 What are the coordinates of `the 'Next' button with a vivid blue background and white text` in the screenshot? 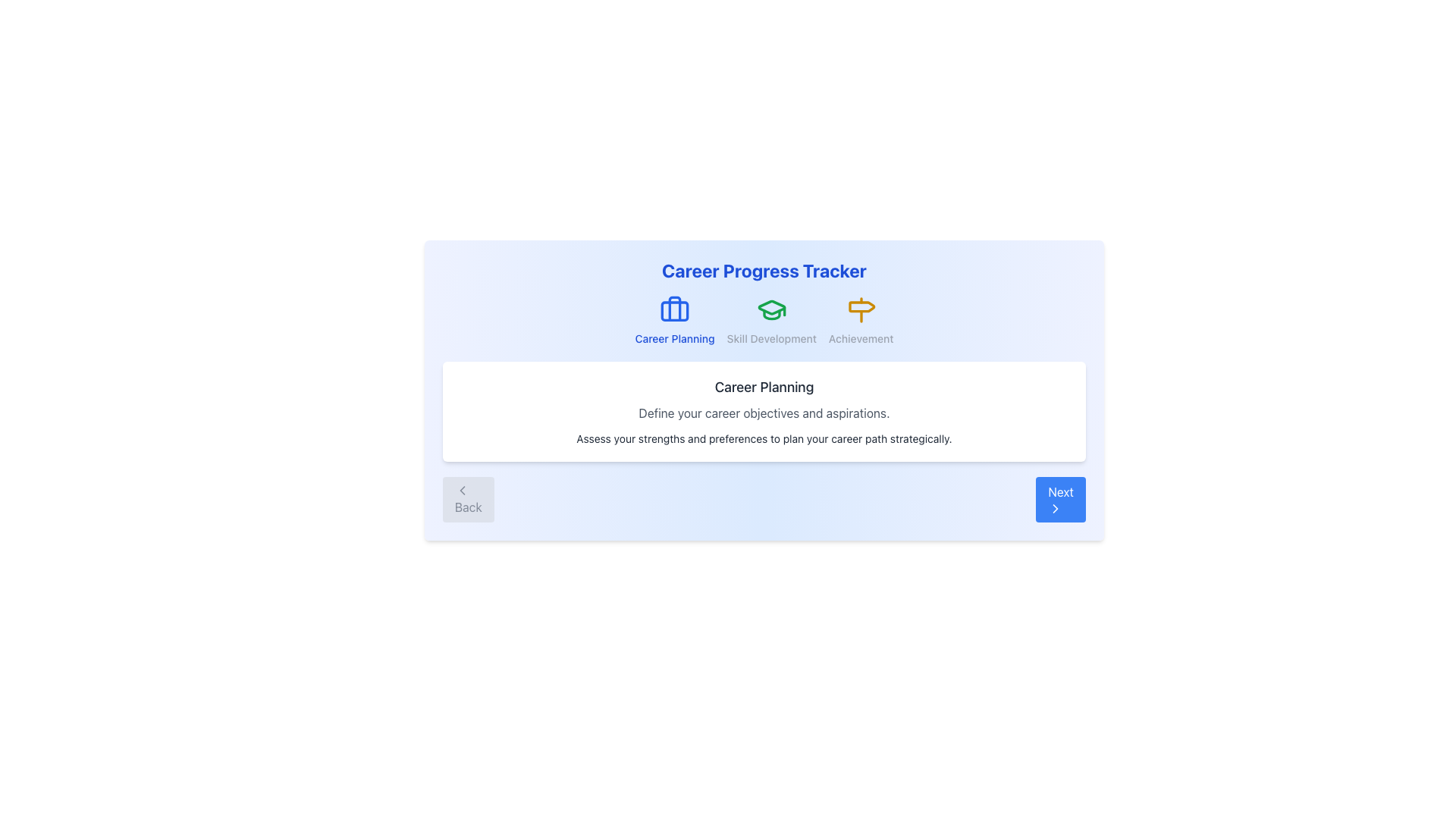 It's located at (1060, 500).